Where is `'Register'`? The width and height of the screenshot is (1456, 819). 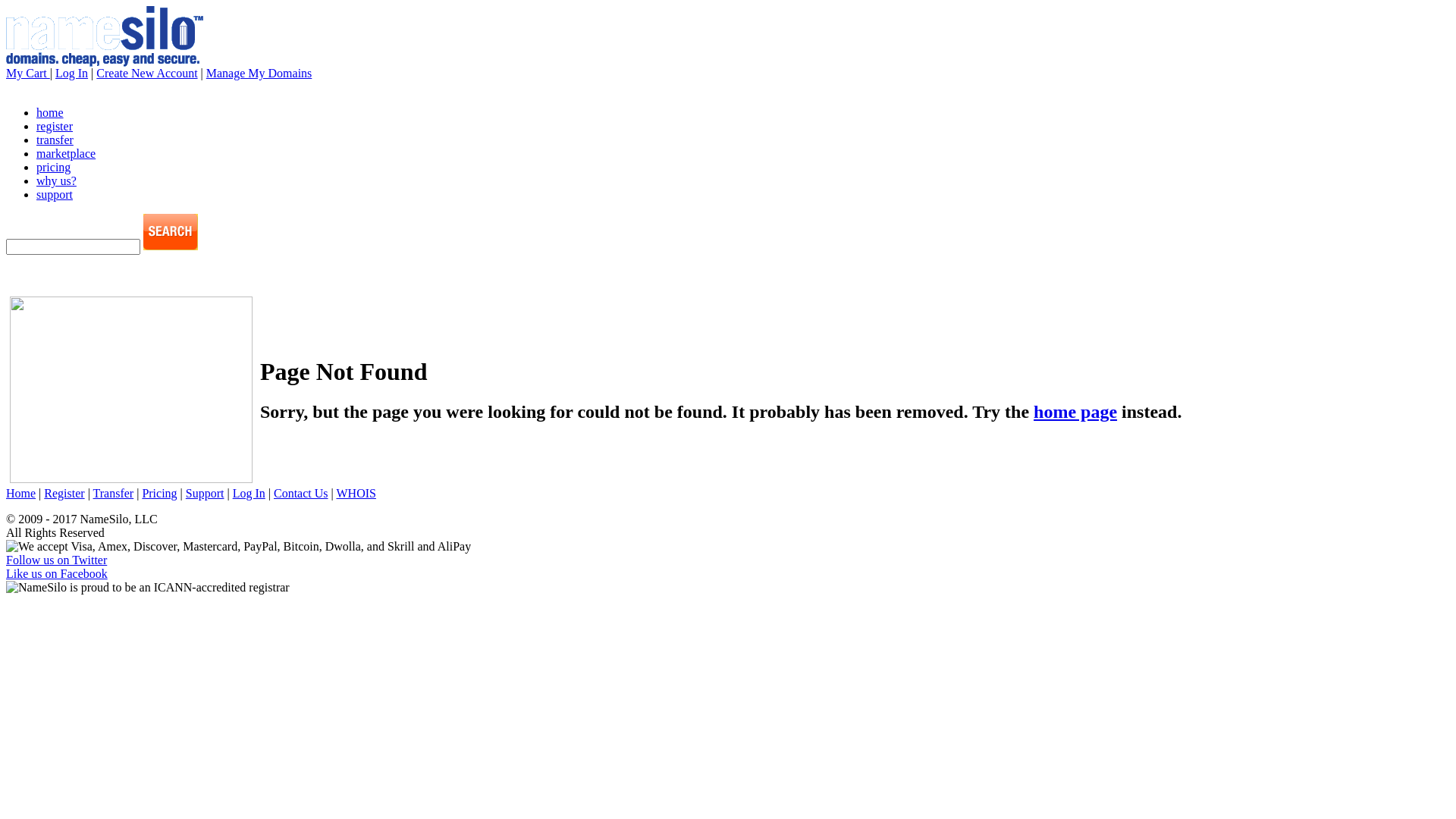
'Register' is located at coordinates (63, 493).